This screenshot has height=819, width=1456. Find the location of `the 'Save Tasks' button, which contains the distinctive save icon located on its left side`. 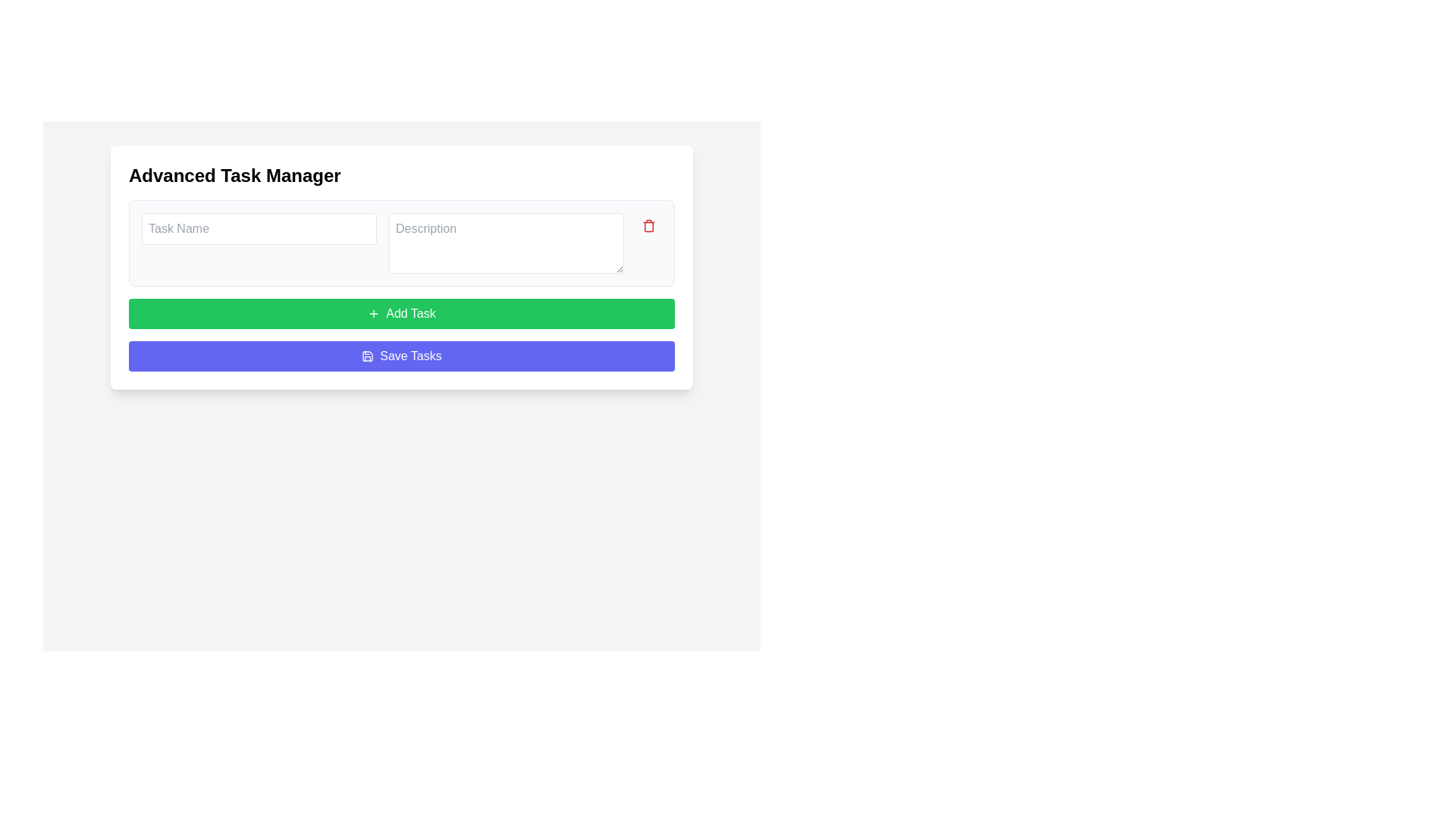

the 'Save Tasks' button, which contains the distinctive save icon located on its left side is located at coordinates (368, 356).